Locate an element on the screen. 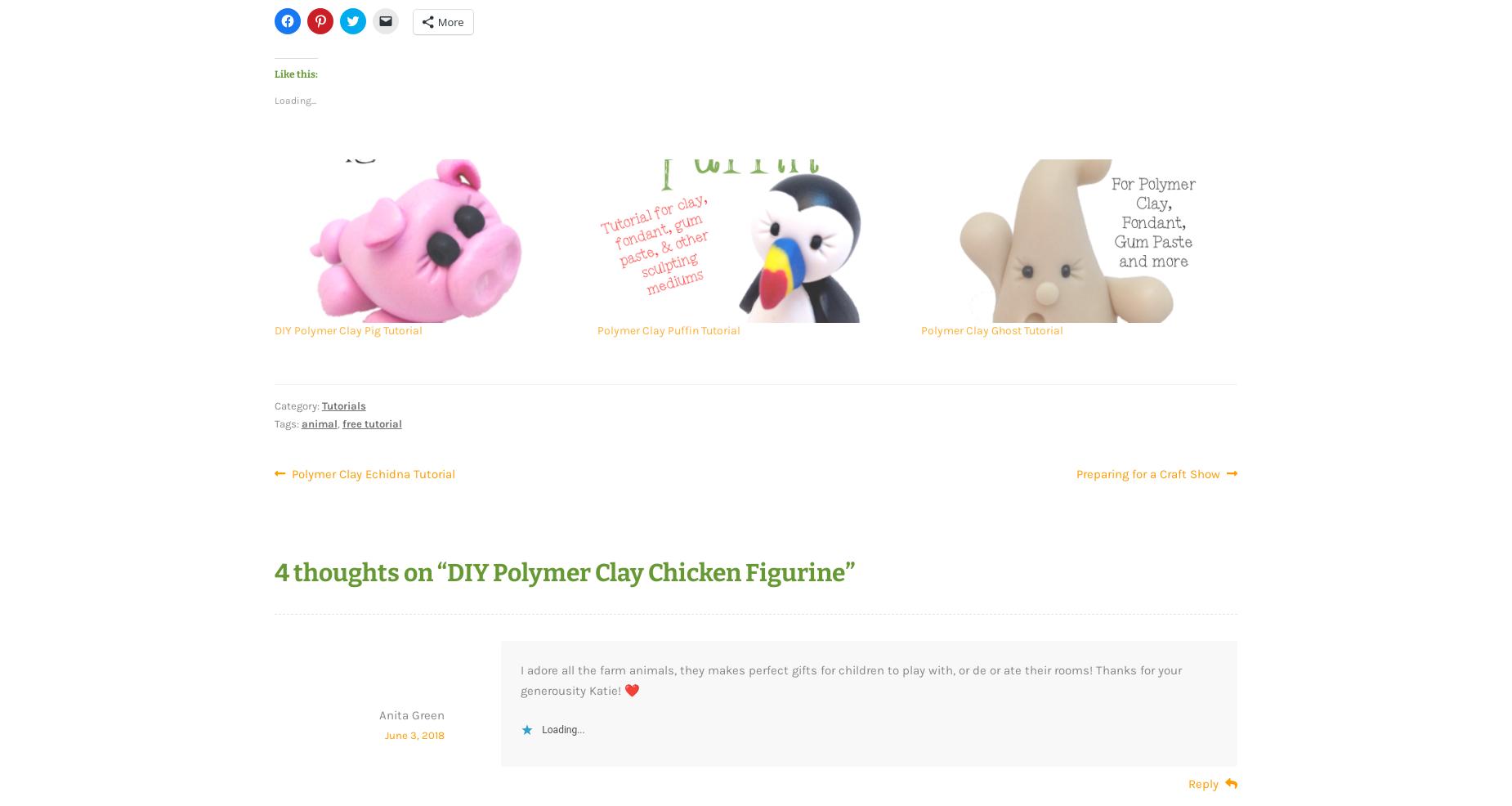 This screenshot has width=1512, height=806. 'Tags:' is located at coordinates (286, 422).